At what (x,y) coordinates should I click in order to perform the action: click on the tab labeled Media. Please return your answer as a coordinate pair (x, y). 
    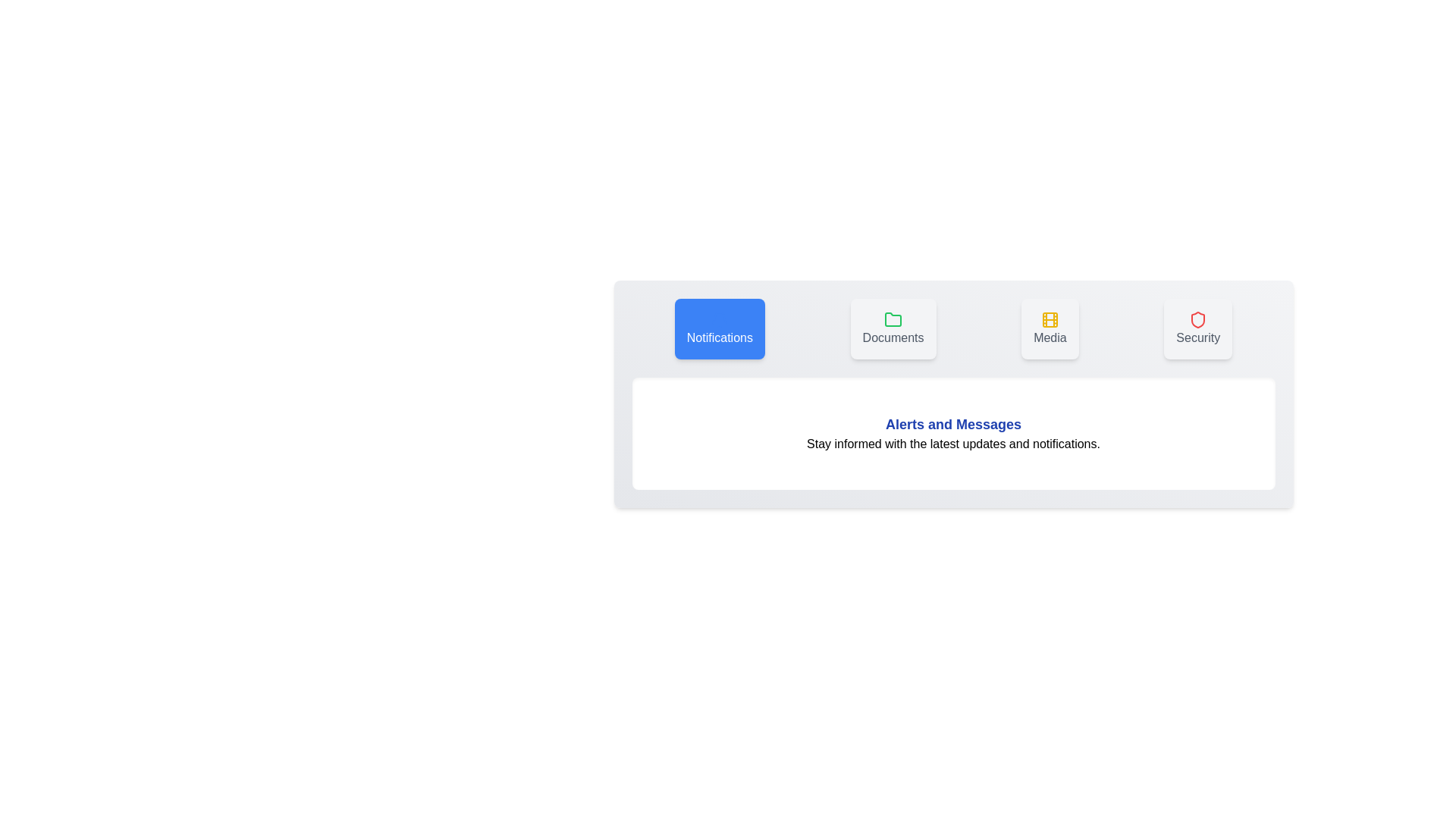
    Looking at the image, I should click on (1049, 328).